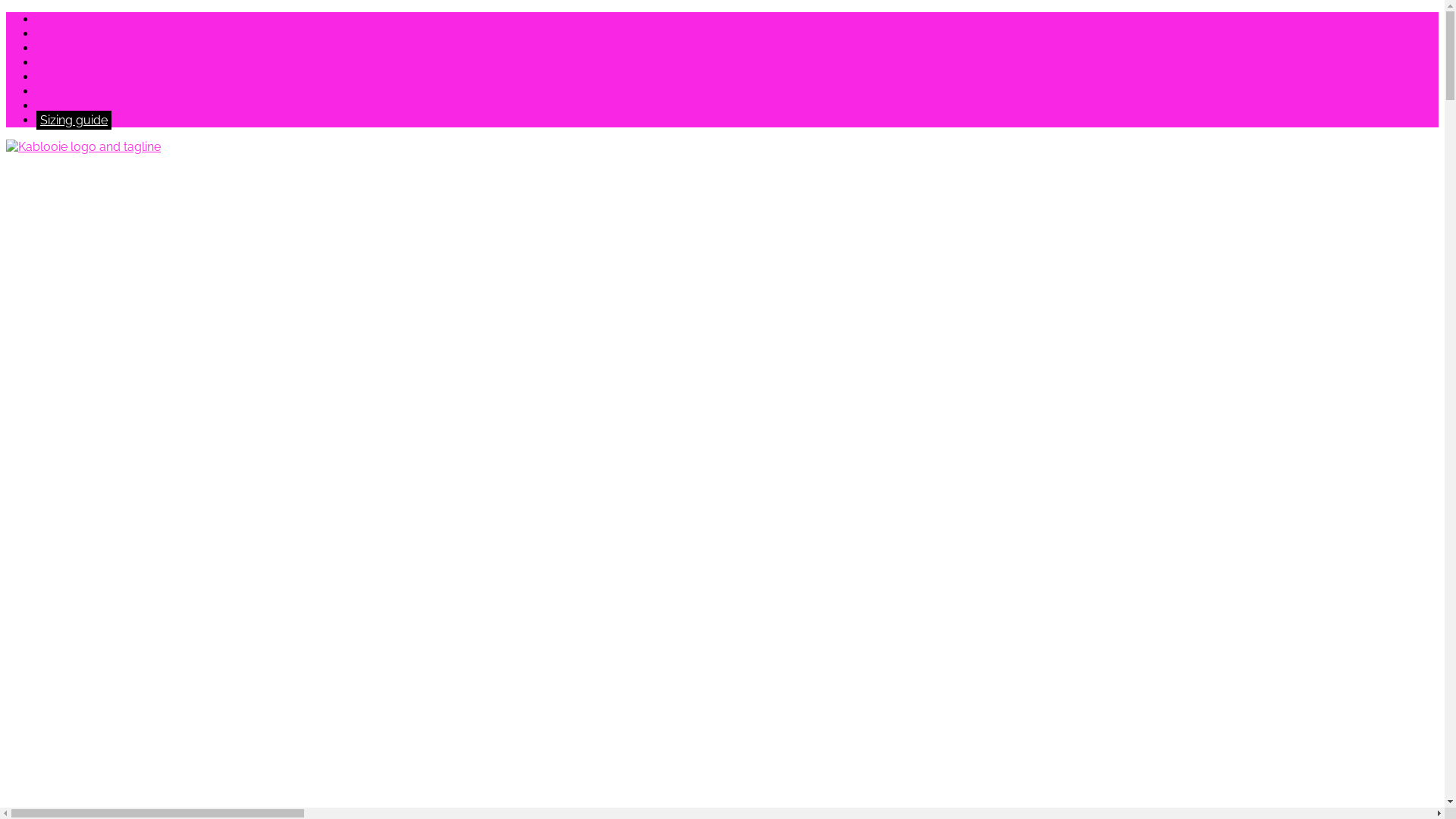 This screenshot has height=819, width=1456. I want to click on 'My Account', so click(69, 105).